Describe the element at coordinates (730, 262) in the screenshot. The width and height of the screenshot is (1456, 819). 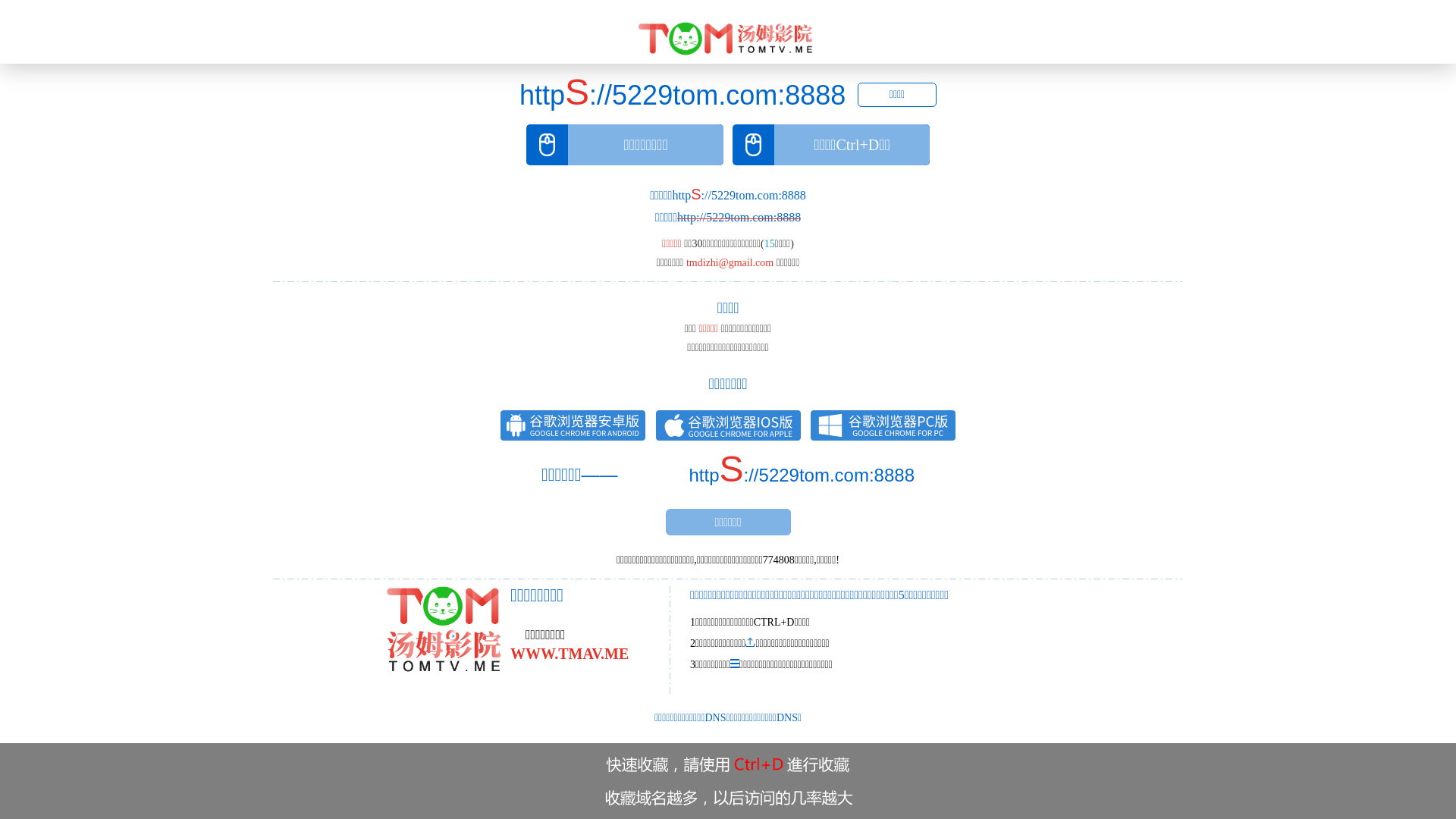
I see `'tmdizhi@gmail.com'` at that location.